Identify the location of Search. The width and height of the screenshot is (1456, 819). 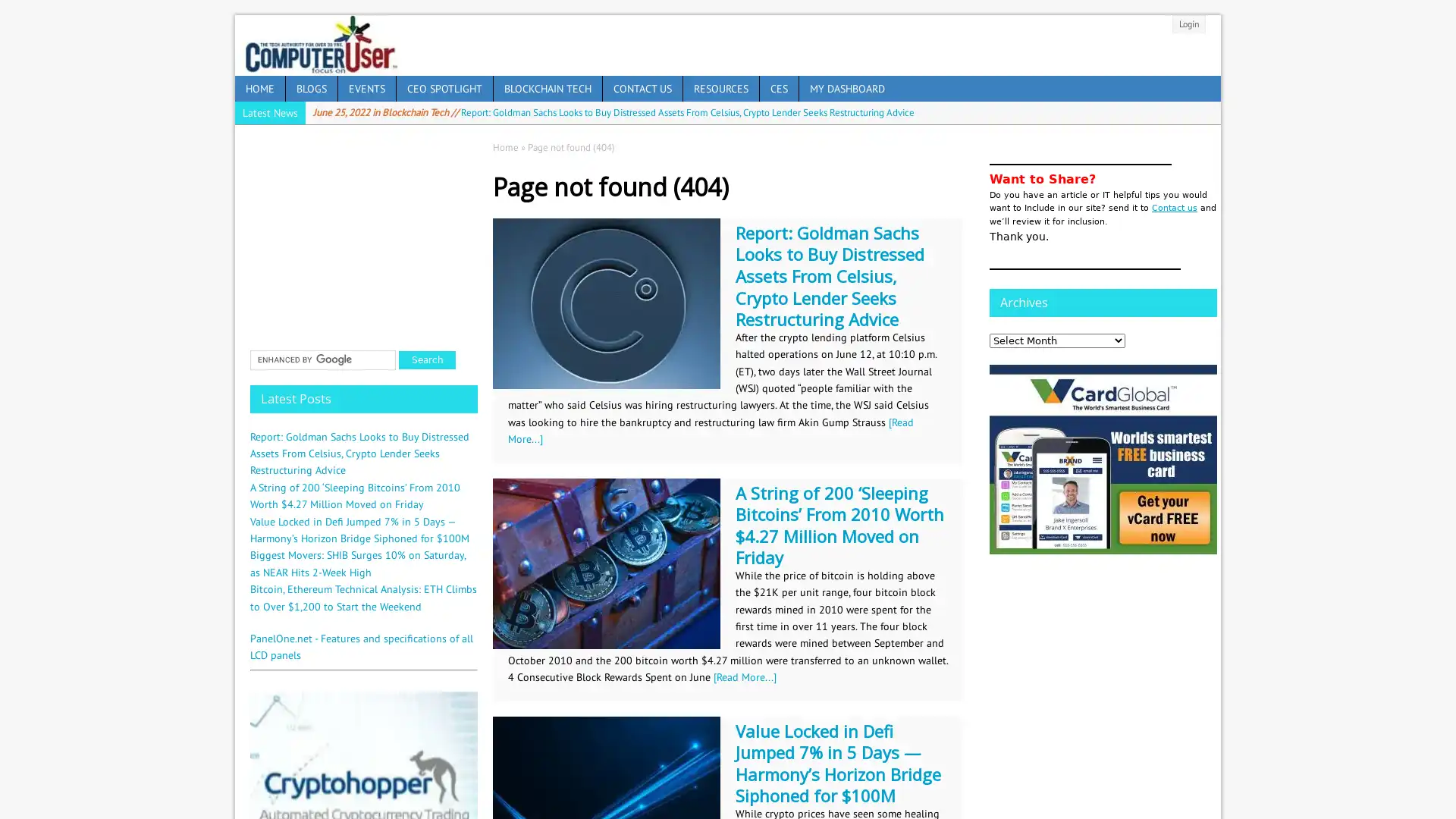
(426, 359).